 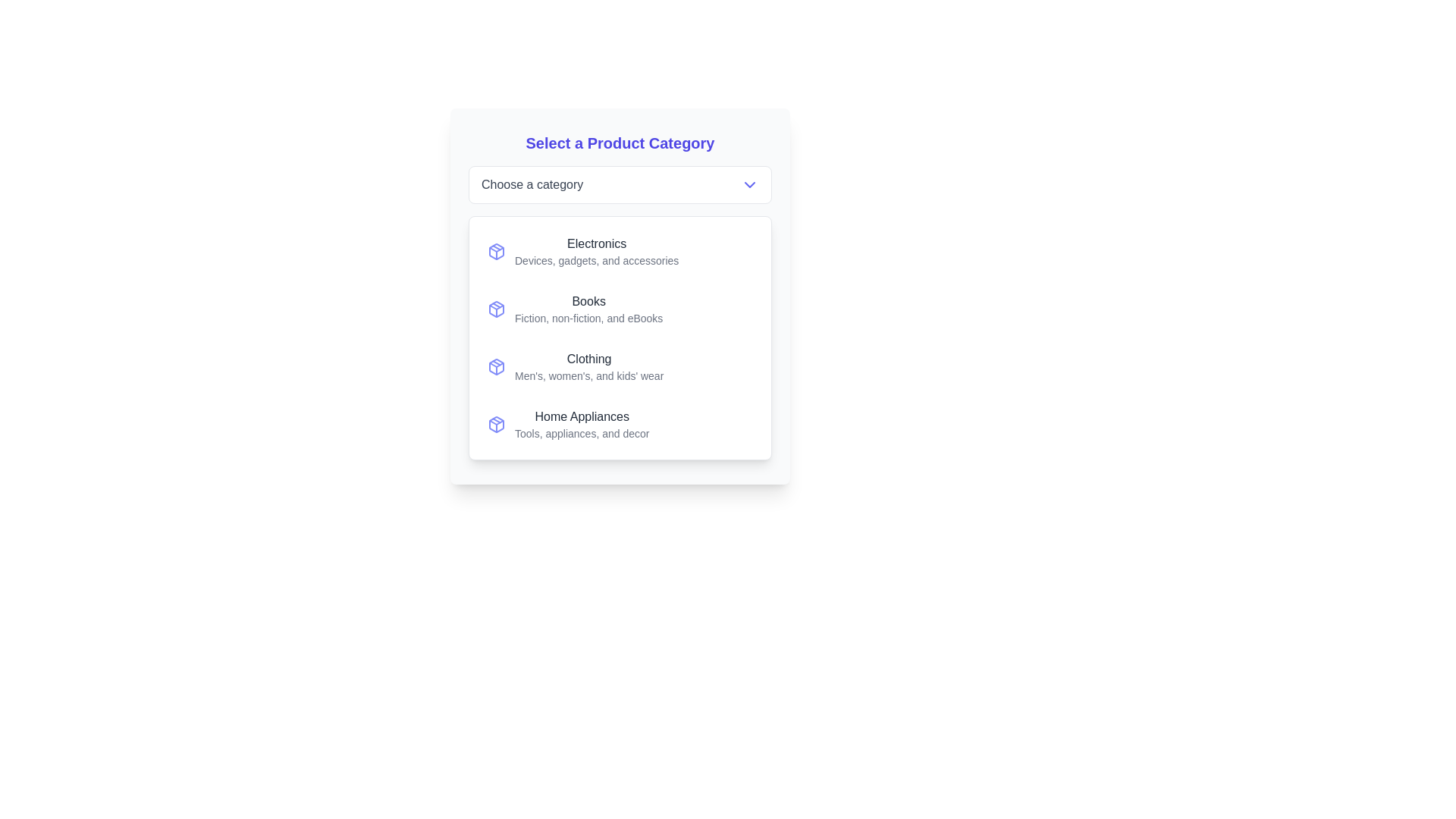 I want to click on the 'Home Appliances' text label within the dropdown menu category item, which is displayed in a medium-bold dark gray font, positioned above the description text 'Tools, appliances, and decor.', so click(x=581, y=417).